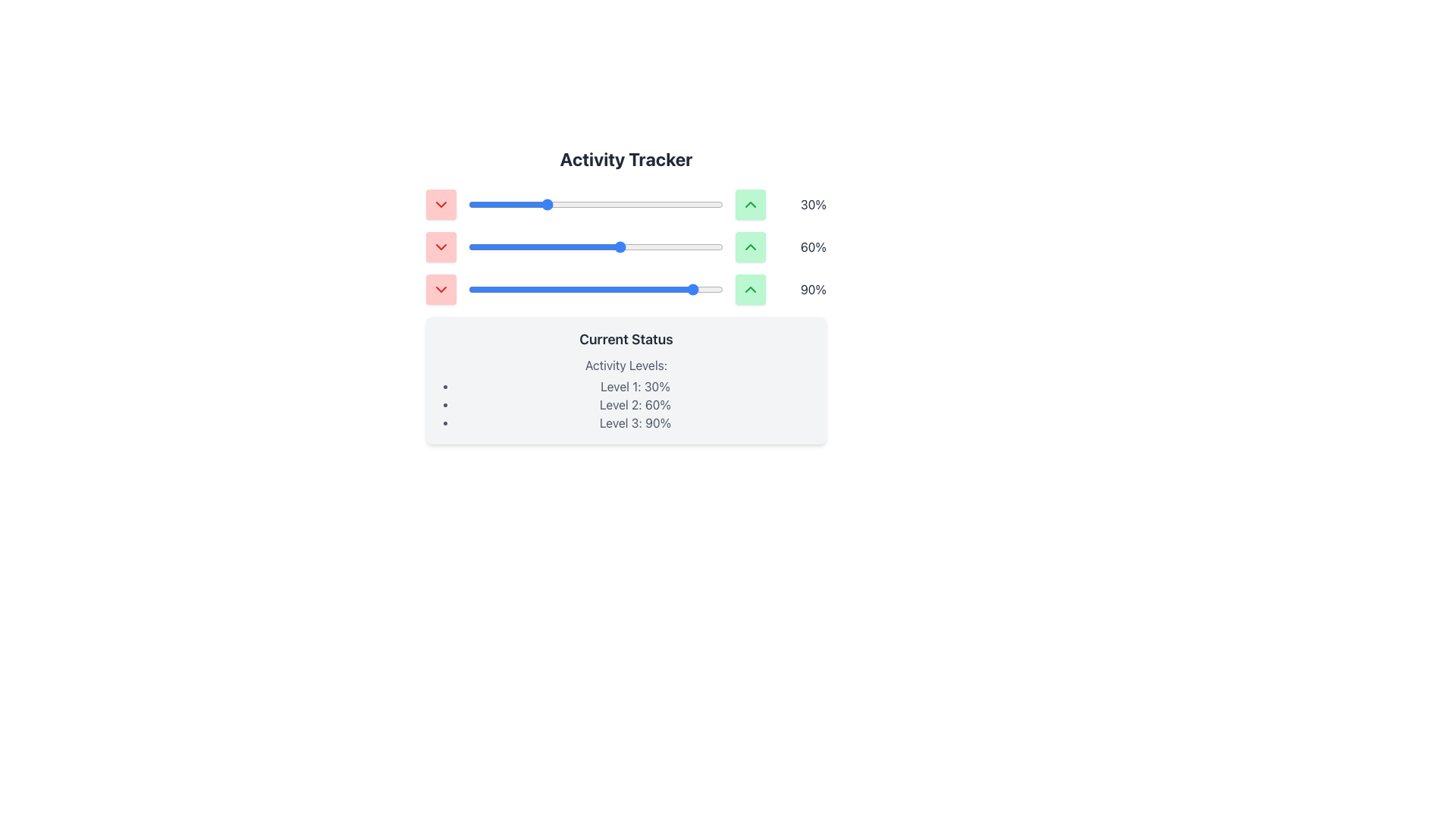 Image resolution: width=1456 pixels, height=819 pixels. I want to click on slider, so click(551, 205).